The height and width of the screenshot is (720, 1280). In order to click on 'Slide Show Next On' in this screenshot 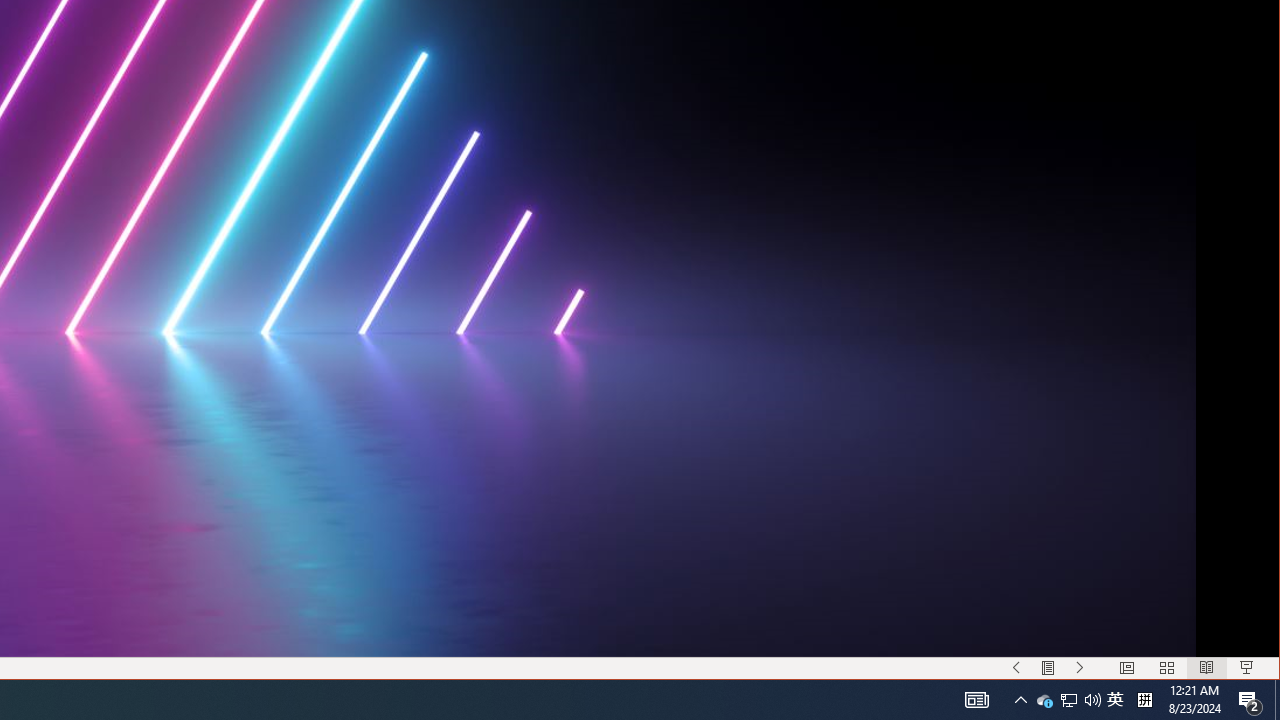, I will do `click(1079, 668)`.